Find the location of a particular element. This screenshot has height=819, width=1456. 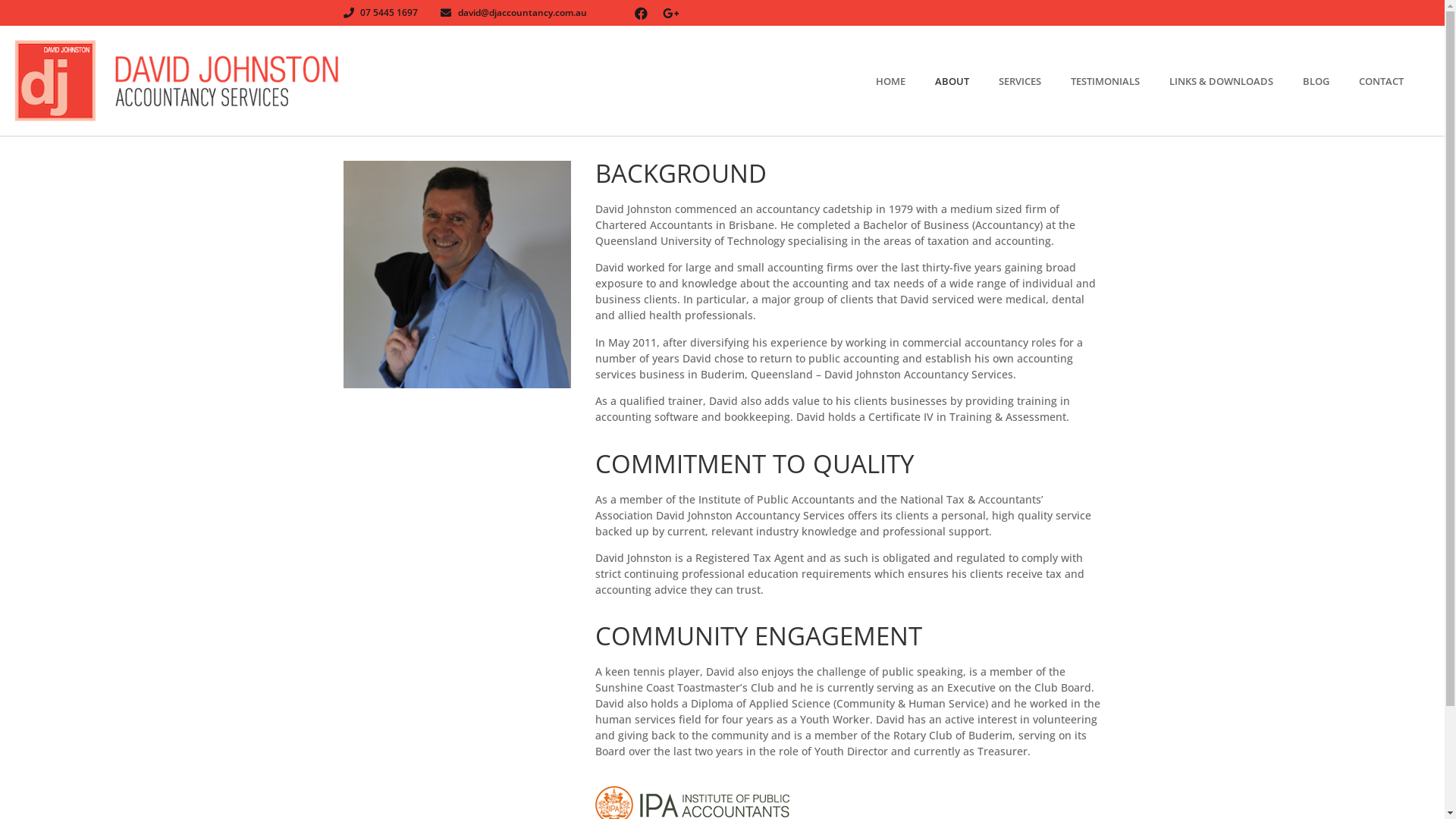

'david@djaccountancy.com.au' is located at coordinates (513, 12).